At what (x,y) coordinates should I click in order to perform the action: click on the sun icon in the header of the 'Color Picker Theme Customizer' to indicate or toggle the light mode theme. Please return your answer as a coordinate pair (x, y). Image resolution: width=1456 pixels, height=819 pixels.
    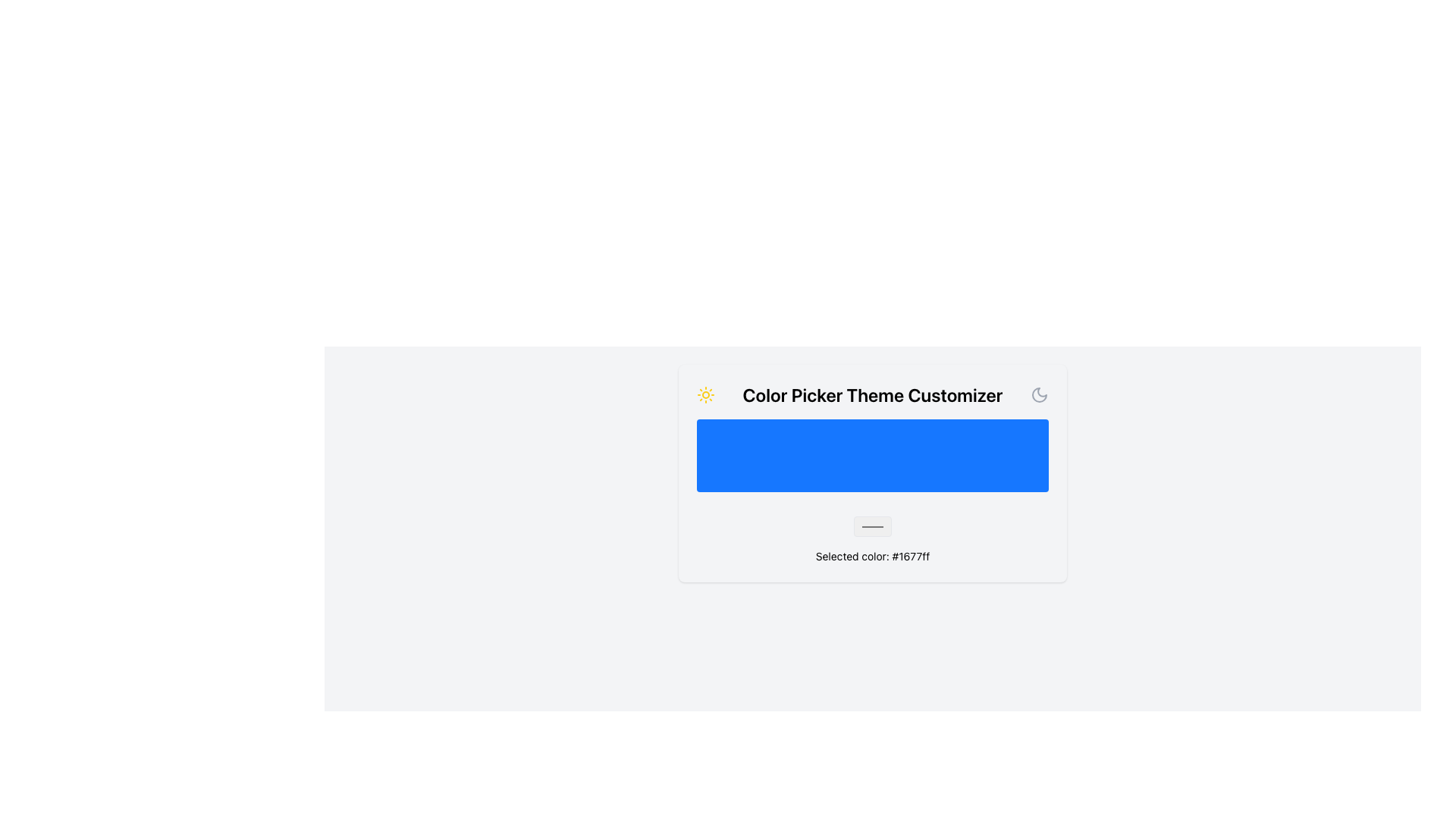
    Looking at the image, I should click on (705, 394).